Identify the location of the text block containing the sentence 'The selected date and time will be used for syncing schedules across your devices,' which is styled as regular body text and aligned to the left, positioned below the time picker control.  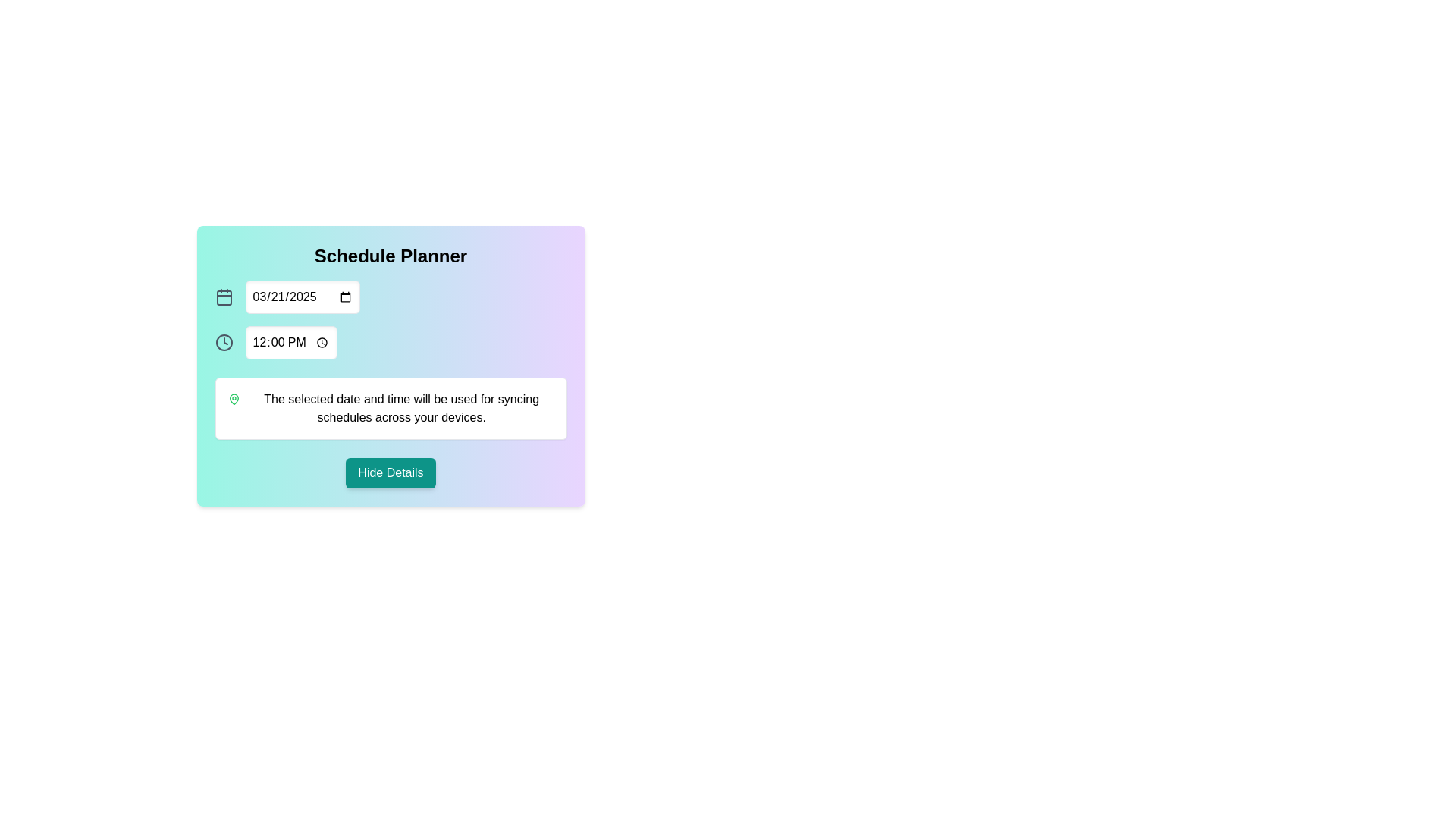
(401, 408).